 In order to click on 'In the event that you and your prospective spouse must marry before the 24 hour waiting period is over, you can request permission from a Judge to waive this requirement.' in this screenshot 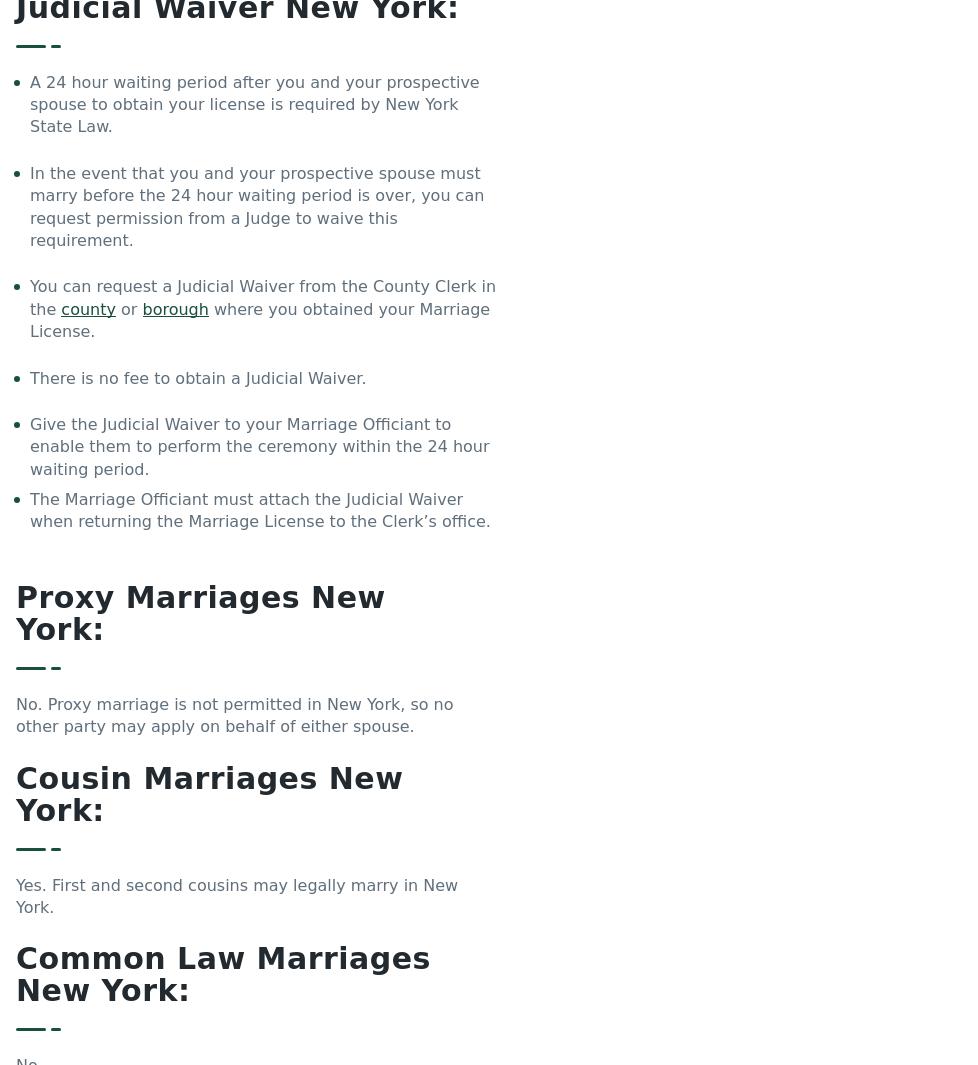, I will do `click(30, 204)`.